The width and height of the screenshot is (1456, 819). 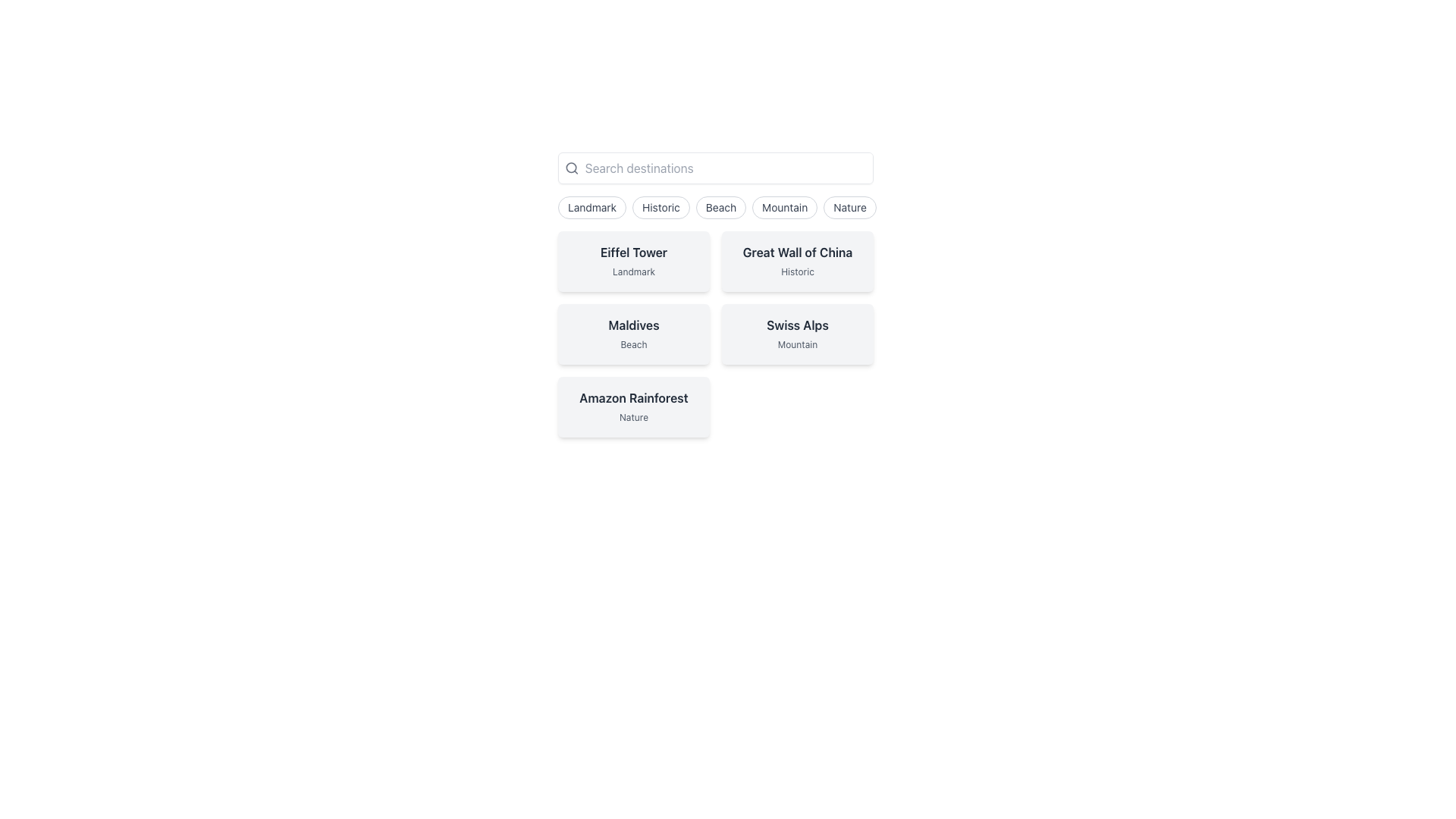 What do you see at coordinates (633, 406) in the screenshot?
I see `informational card titled 'Amazon Rainforest' located in the bottom-left corner of the grid layout, displaying the text 'Nature' below it` at bounding box center [633, 406].